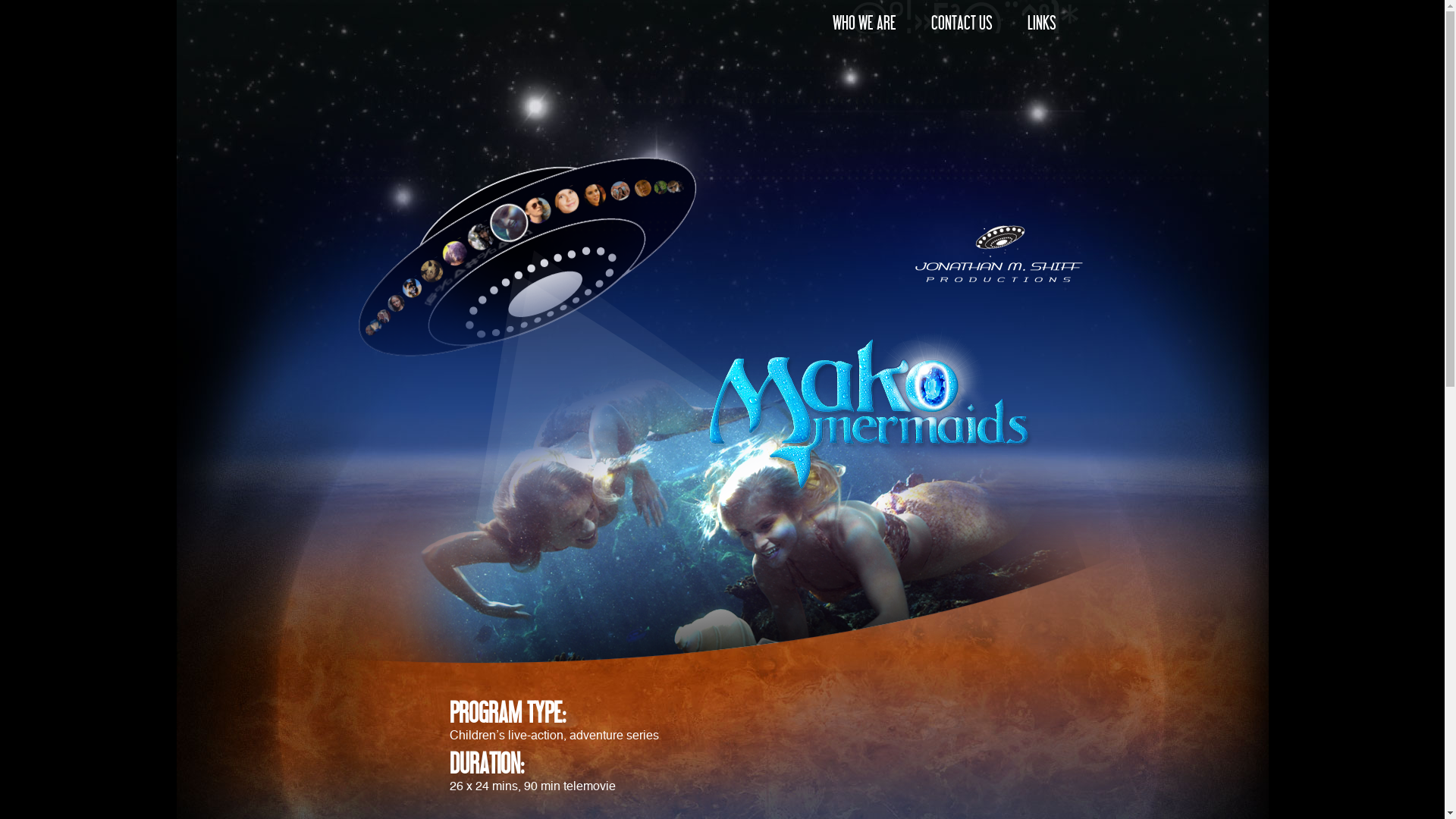 Image resolution: width=1456 pixels, height=819 pixels. I want to click on 'Jonathan M. Shift Productions', so click(998, 253).